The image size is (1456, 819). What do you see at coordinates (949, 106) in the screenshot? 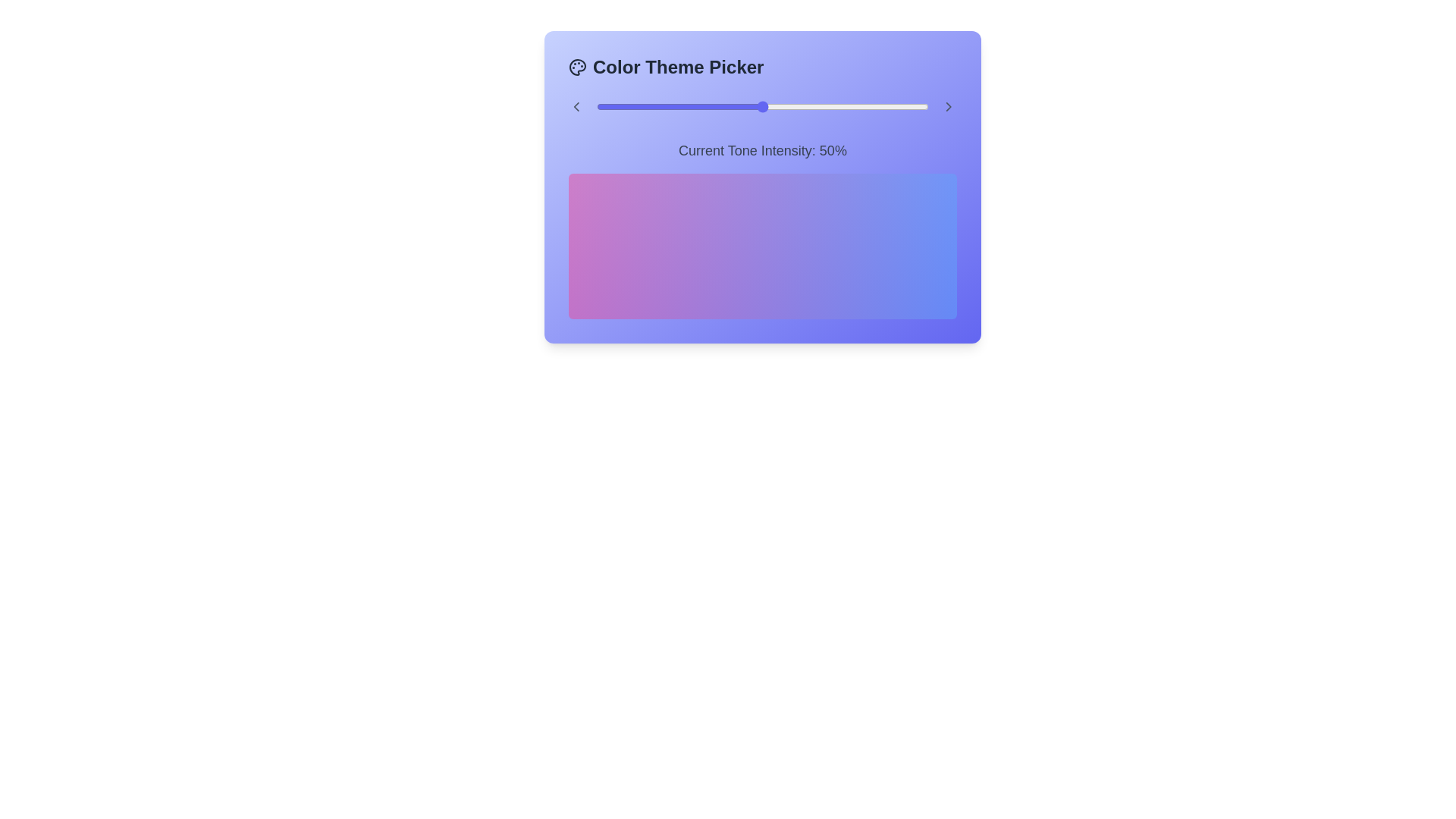
I see `the right chevron icon to navigate the color themes` at bounding box center [949, 106].